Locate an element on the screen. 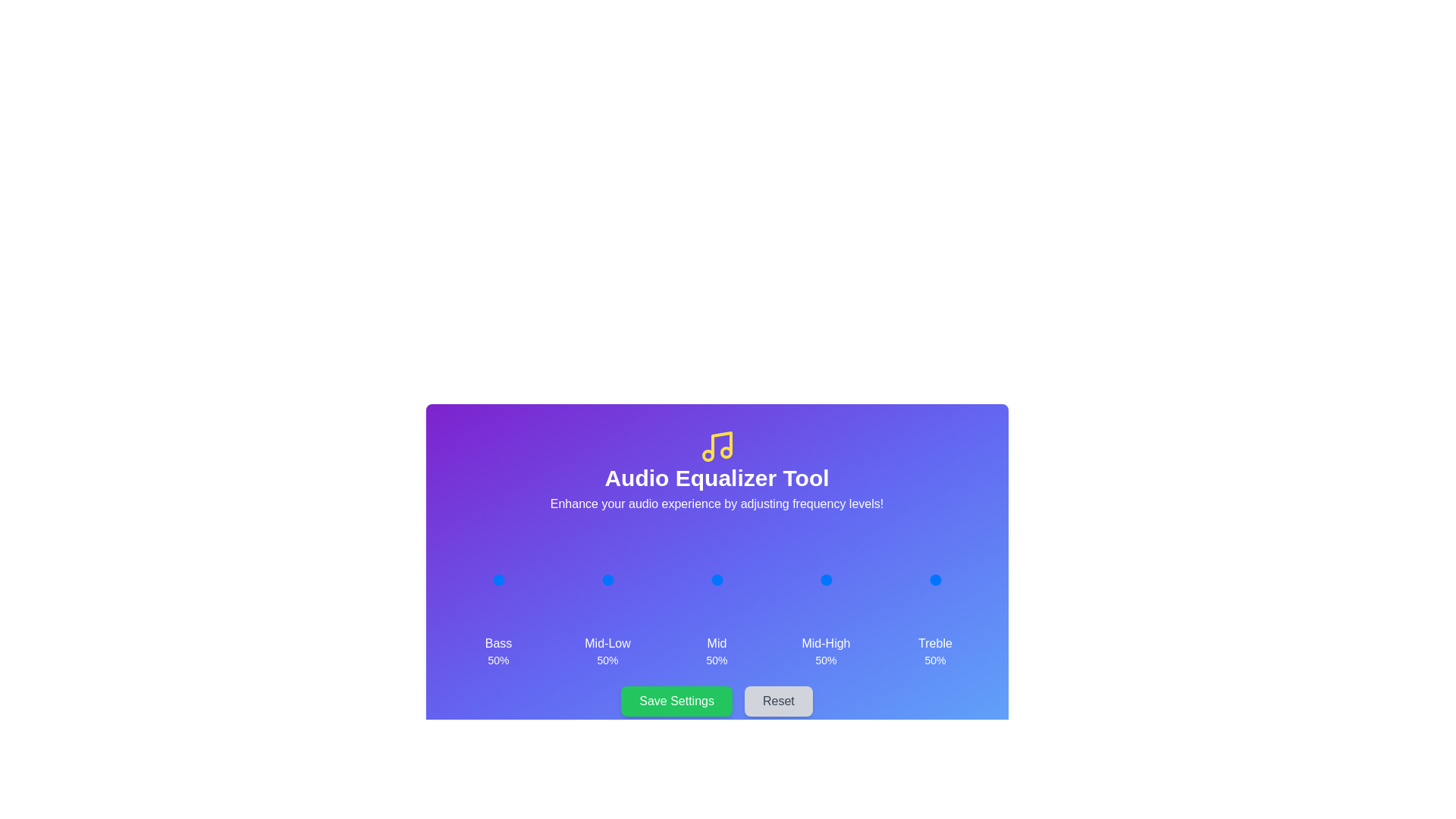 The image size is (1456, 819). the 2 slider to 52% is located at coordinates (717, 579).